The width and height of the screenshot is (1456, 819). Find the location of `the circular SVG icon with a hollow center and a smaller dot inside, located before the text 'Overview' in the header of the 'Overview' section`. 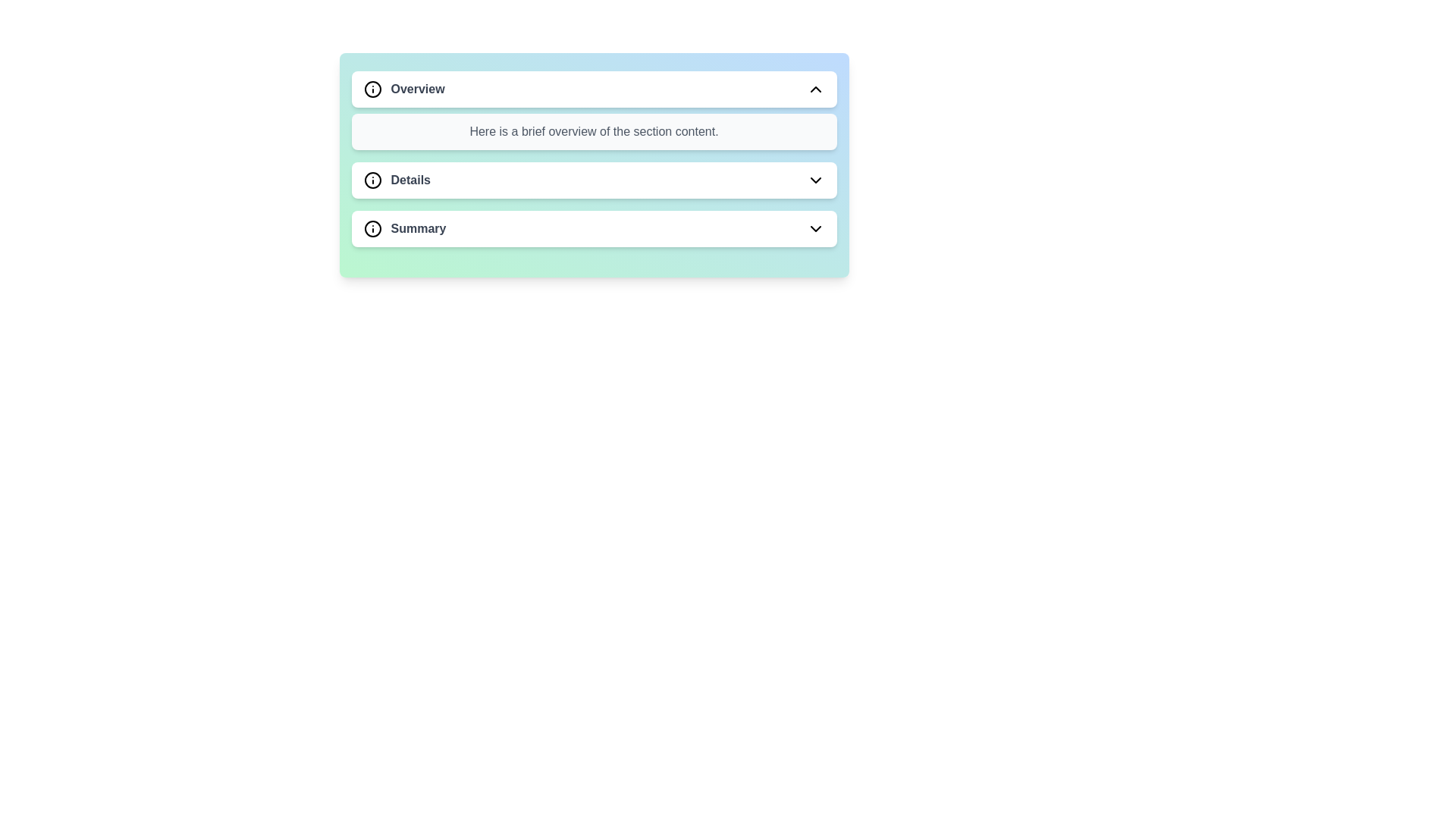

the circular SVG icon with a hollow center and a smaller dot inside, located before the text 'Overview' in the header of the 'Overview' section is located at coordinates (372, 89).